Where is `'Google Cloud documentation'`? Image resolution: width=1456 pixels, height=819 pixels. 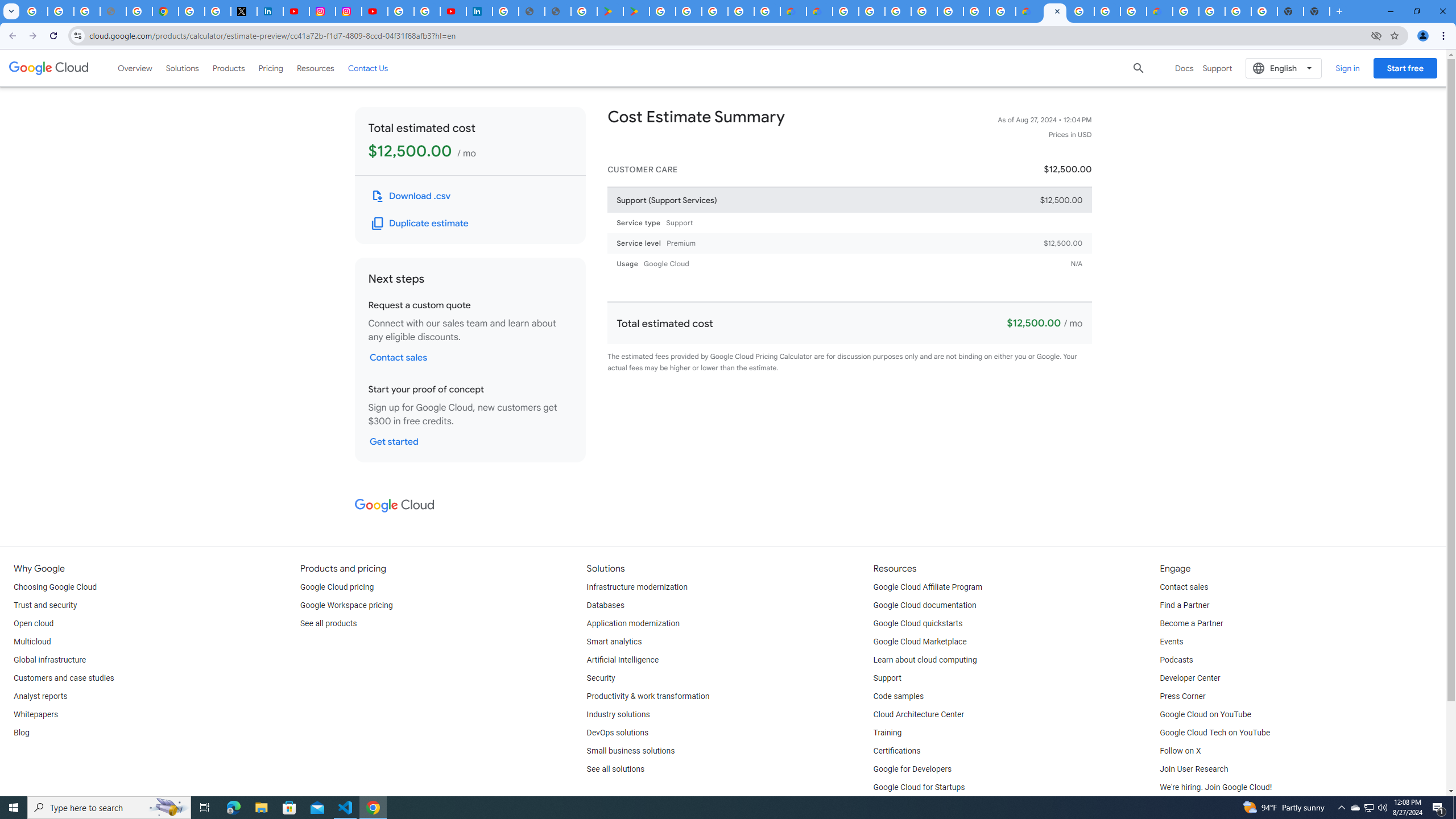
'Google Cloud documentation' is located at coordinates (925, 605).